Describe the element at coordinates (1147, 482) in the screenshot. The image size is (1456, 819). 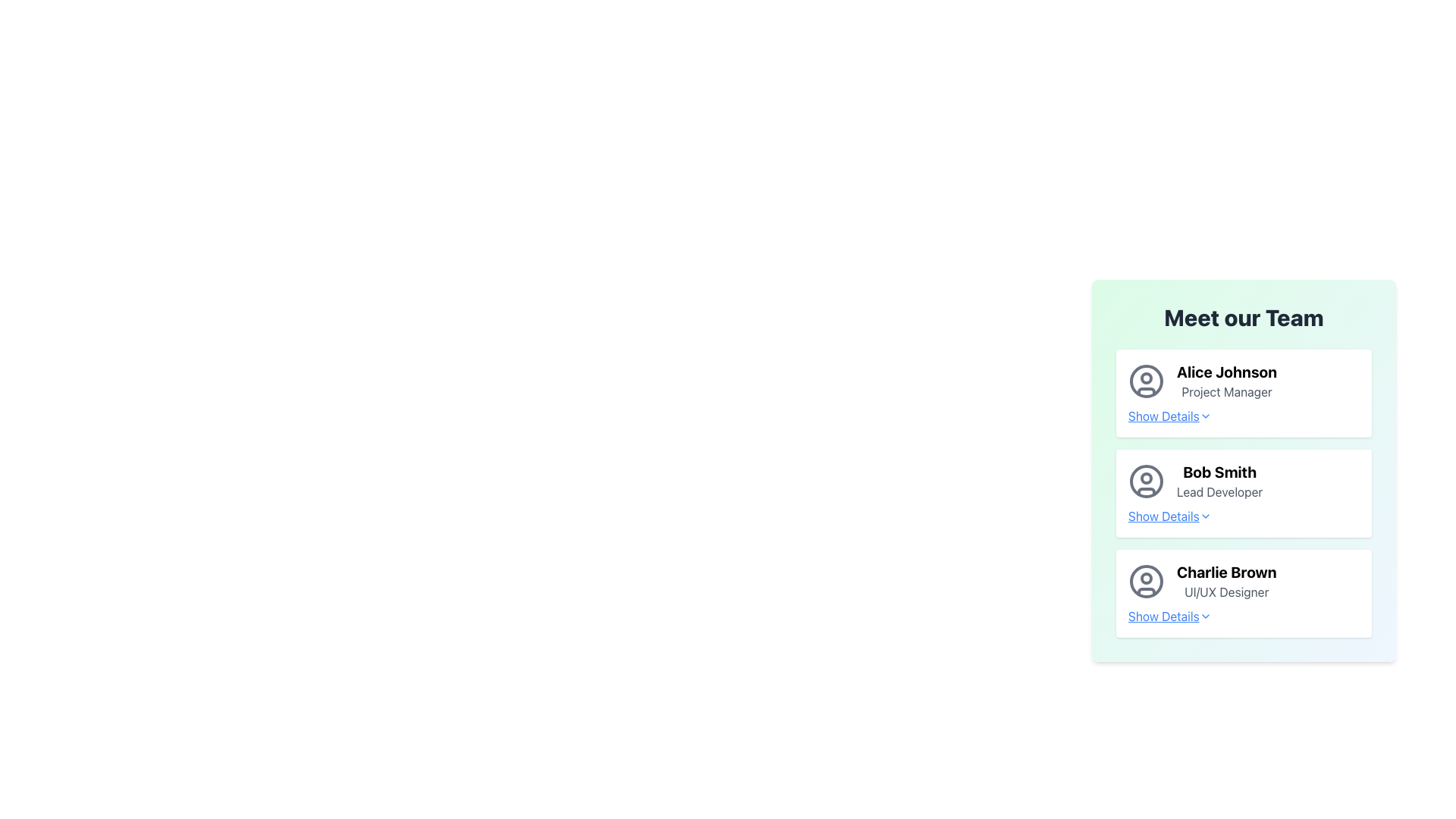
I see `the profile picture icon for 'Bob Smith,' located at the top-left of the card, which visually represents him as the 'Lead Developer.'` at that location.